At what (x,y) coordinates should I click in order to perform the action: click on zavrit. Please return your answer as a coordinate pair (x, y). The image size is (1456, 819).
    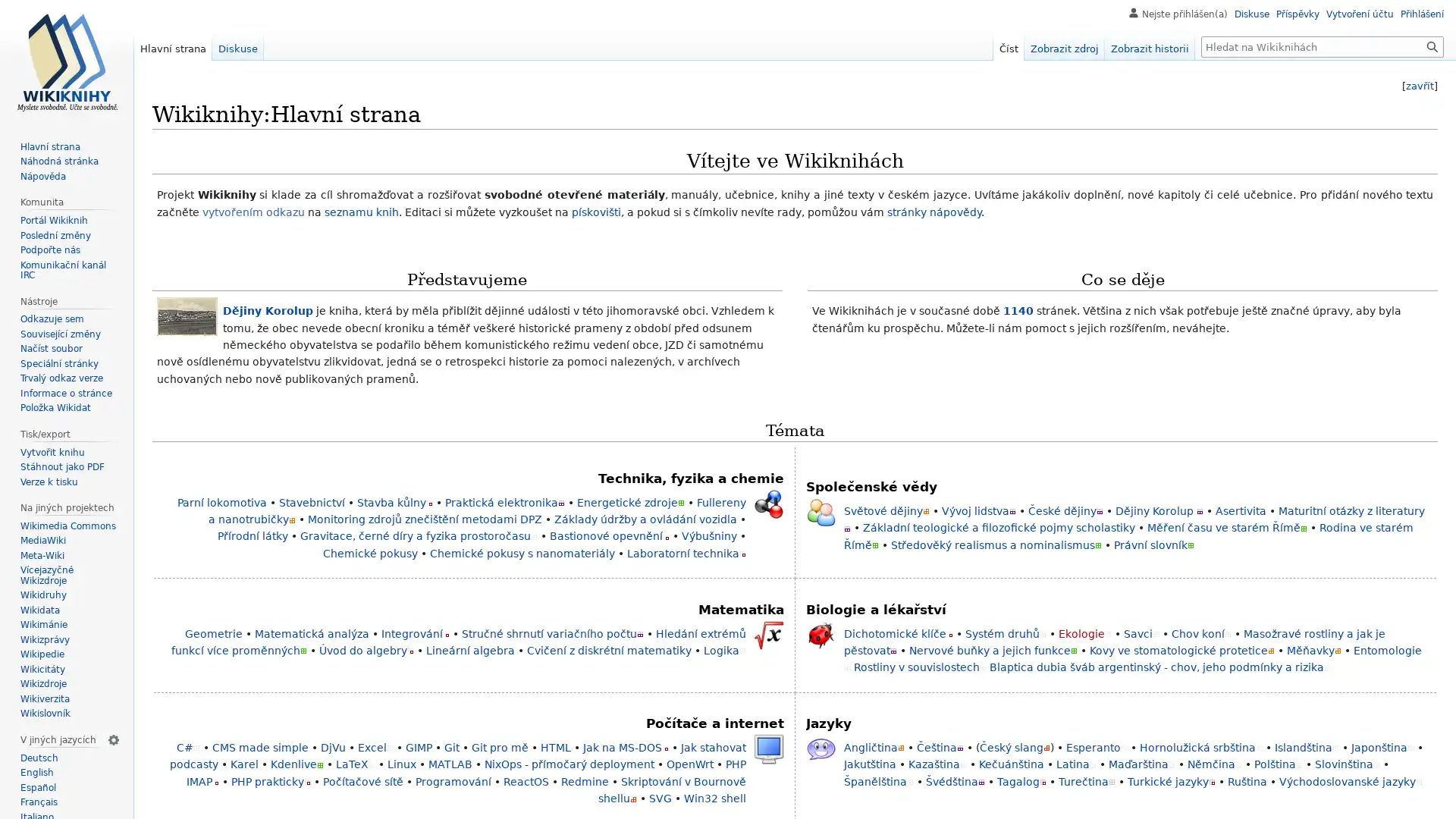
    Looking at the image, I should click on (1419, 86).